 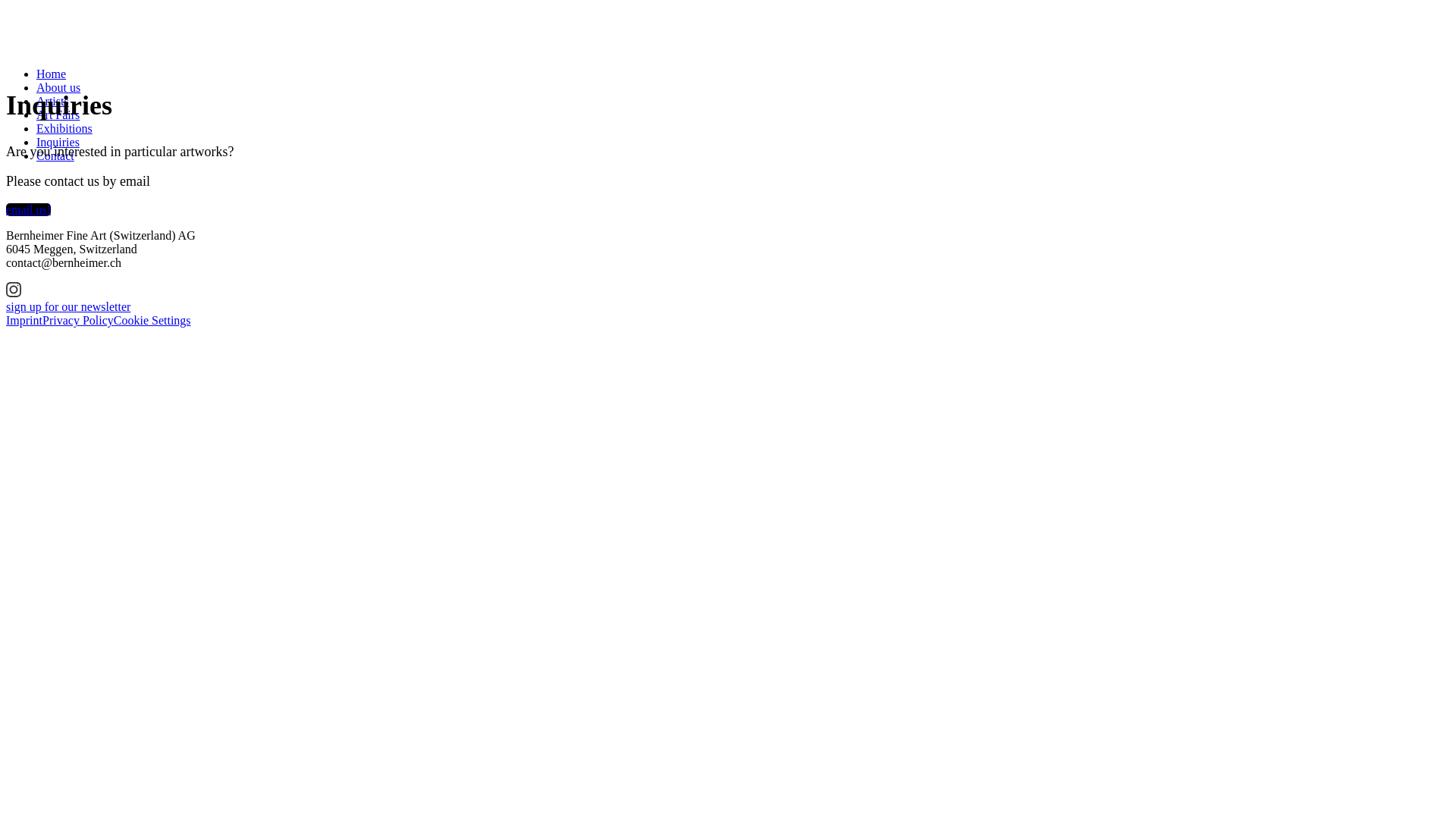 What do you see at coordinates (36, 155) in the screenshot?
I see `'Contact'` at bounding box center [36, 155].